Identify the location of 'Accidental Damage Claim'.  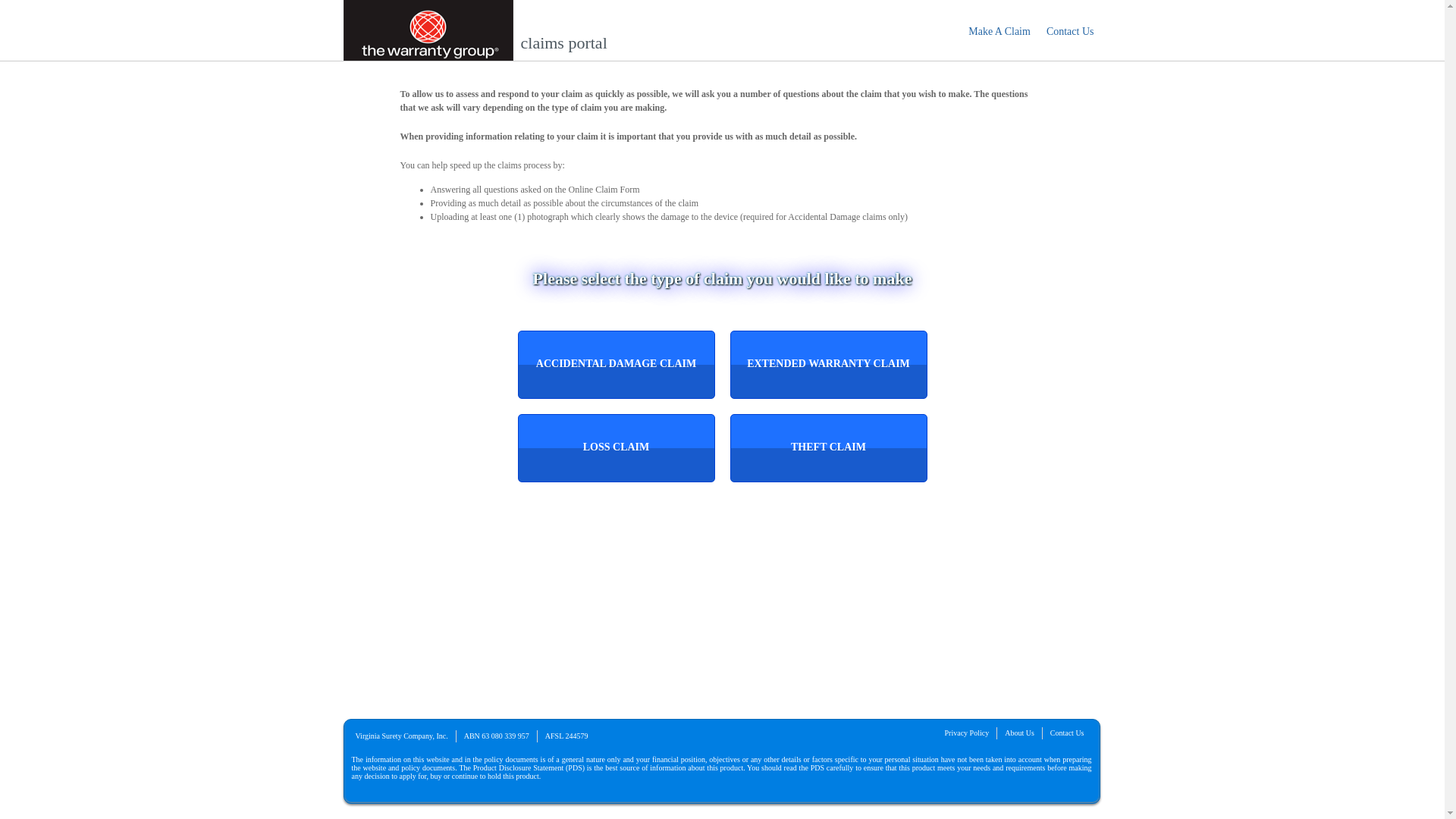
(615, 365).